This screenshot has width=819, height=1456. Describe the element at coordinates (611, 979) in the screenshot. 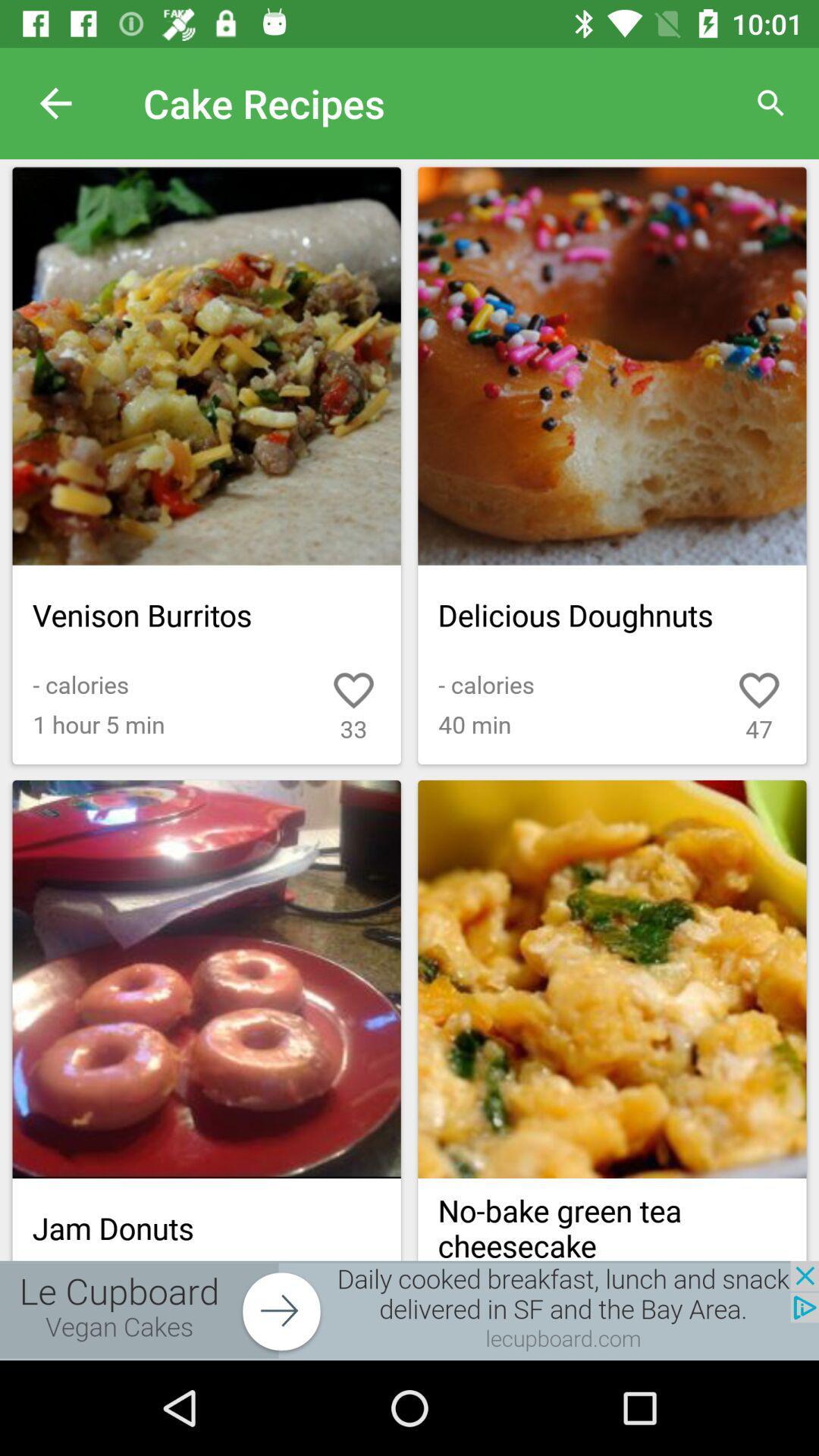

I see `the fourth image of the page` at that location.